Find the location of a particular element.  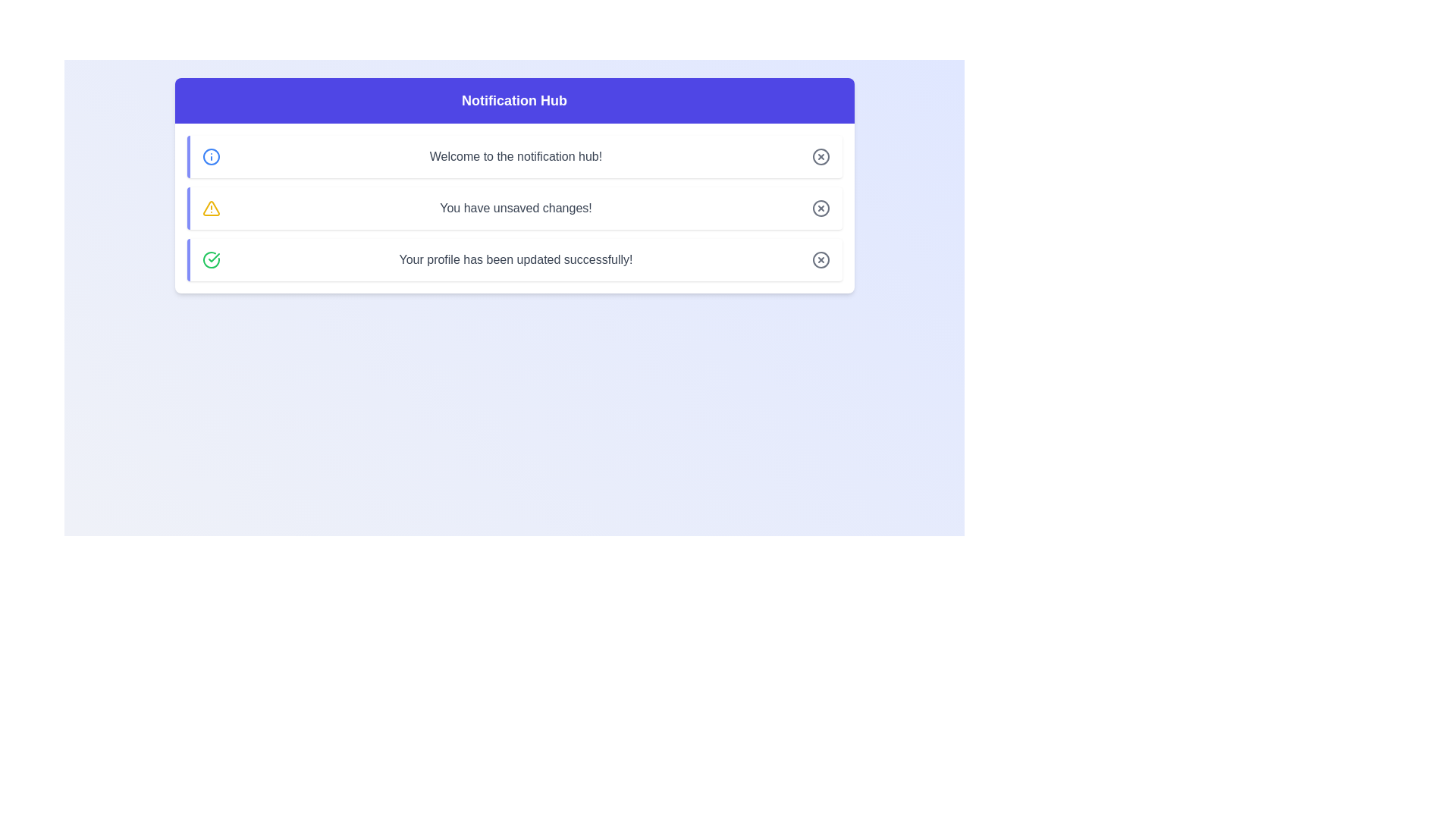

message from the Notification box that informs the user about unsaved changes, positioned centrally in the stack of notifications is located at coordinates (514, 208).